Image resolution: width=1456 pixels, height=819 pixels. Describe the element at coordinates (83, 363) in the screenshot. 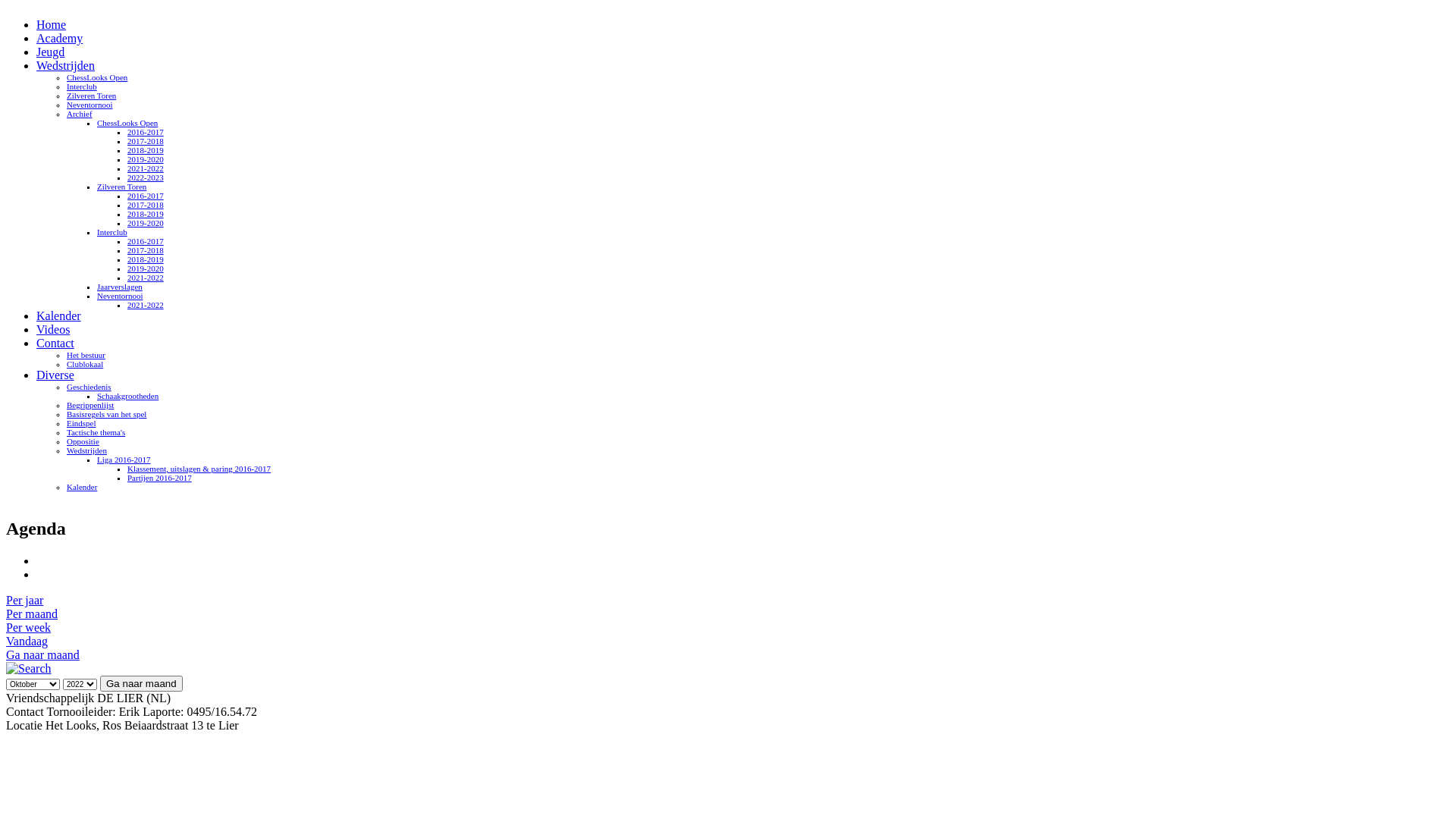

I see `'Clublokaal'` at that location.